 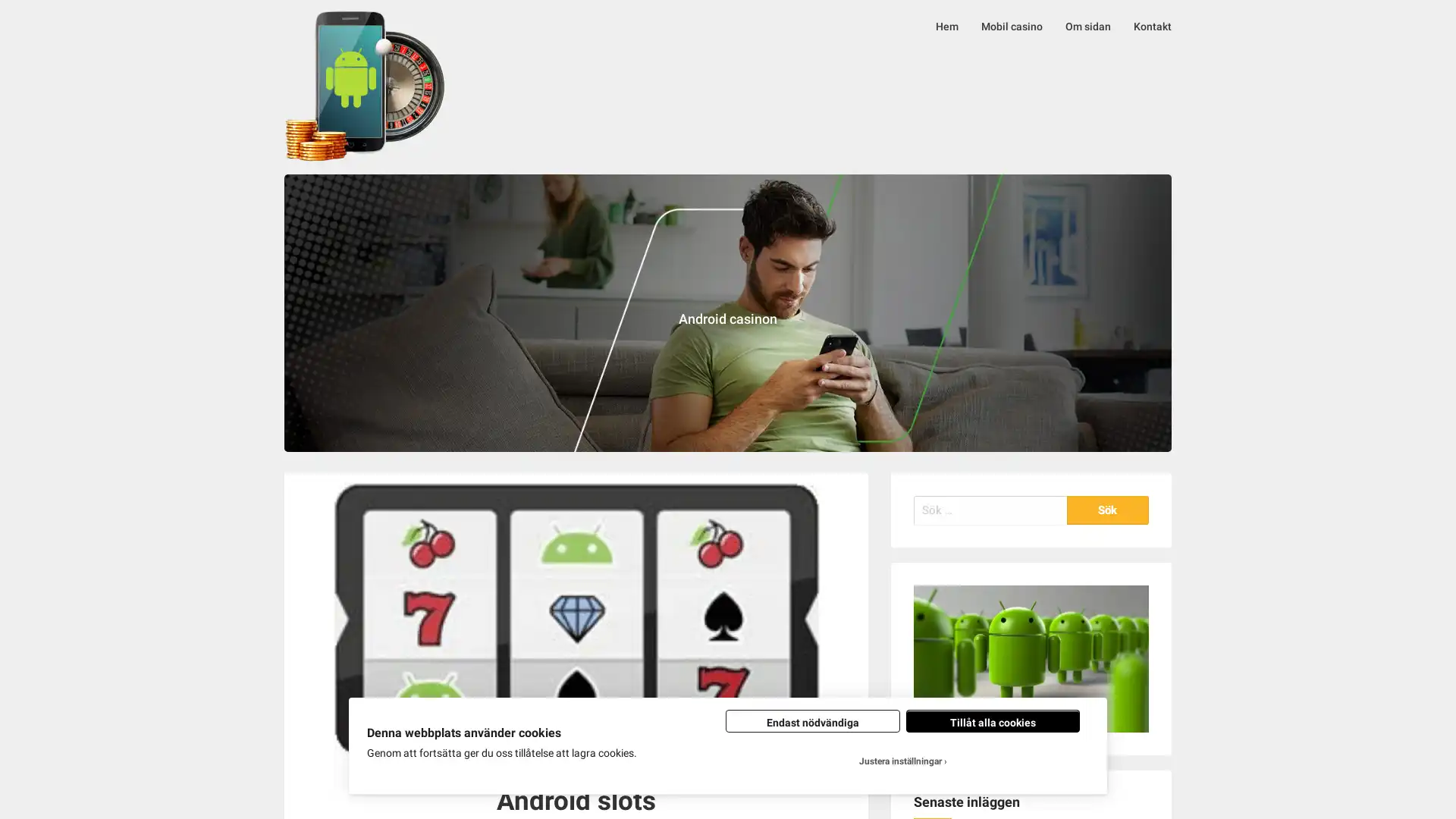 I want to click on Tillat alla cookies, so click(x=993, y=720).